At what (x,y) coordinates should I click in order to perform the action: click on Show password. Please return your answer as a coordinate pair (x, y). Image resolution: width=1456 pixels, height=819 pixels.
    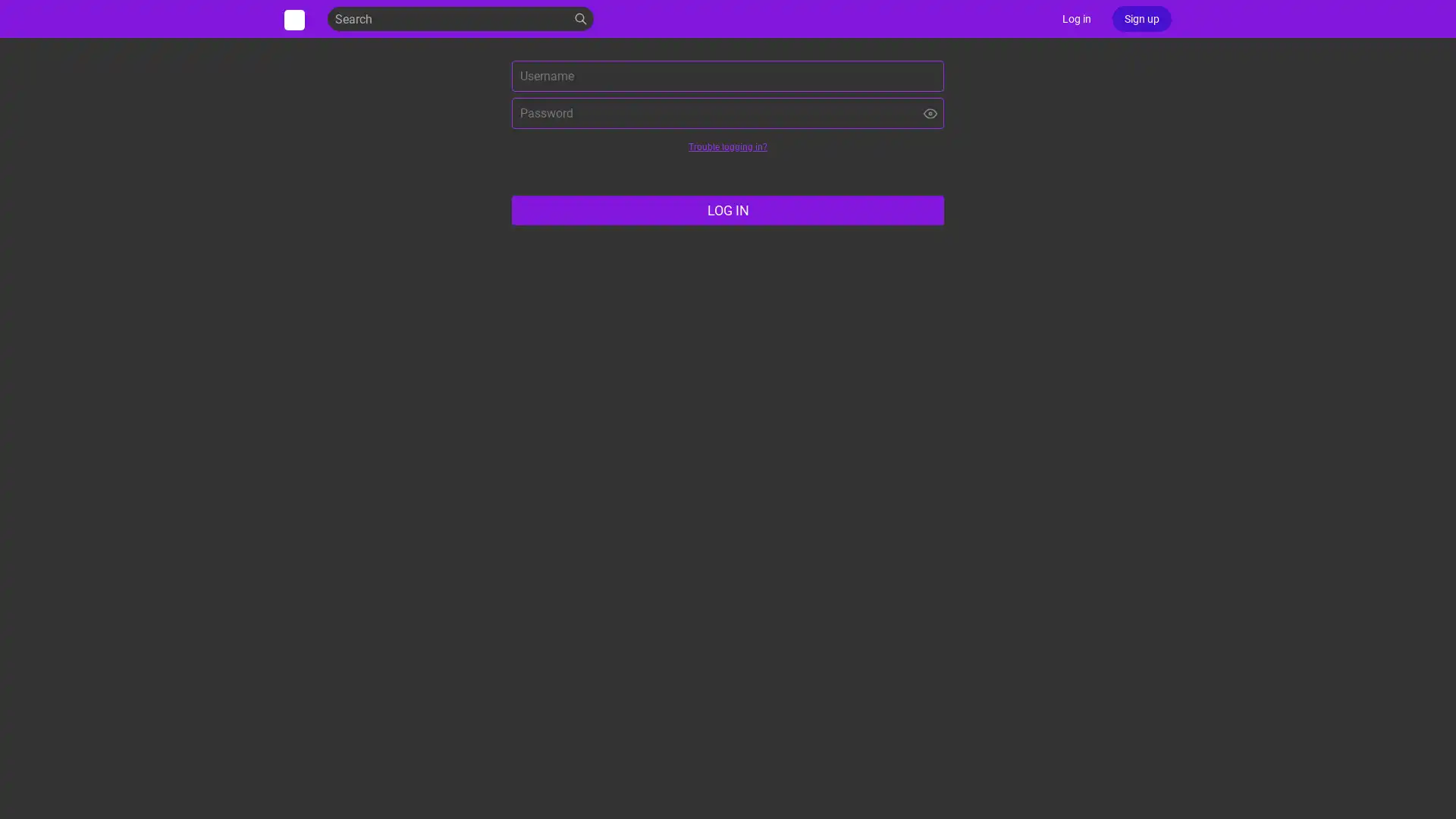
    Looking at the image, I should click on (930, 112).